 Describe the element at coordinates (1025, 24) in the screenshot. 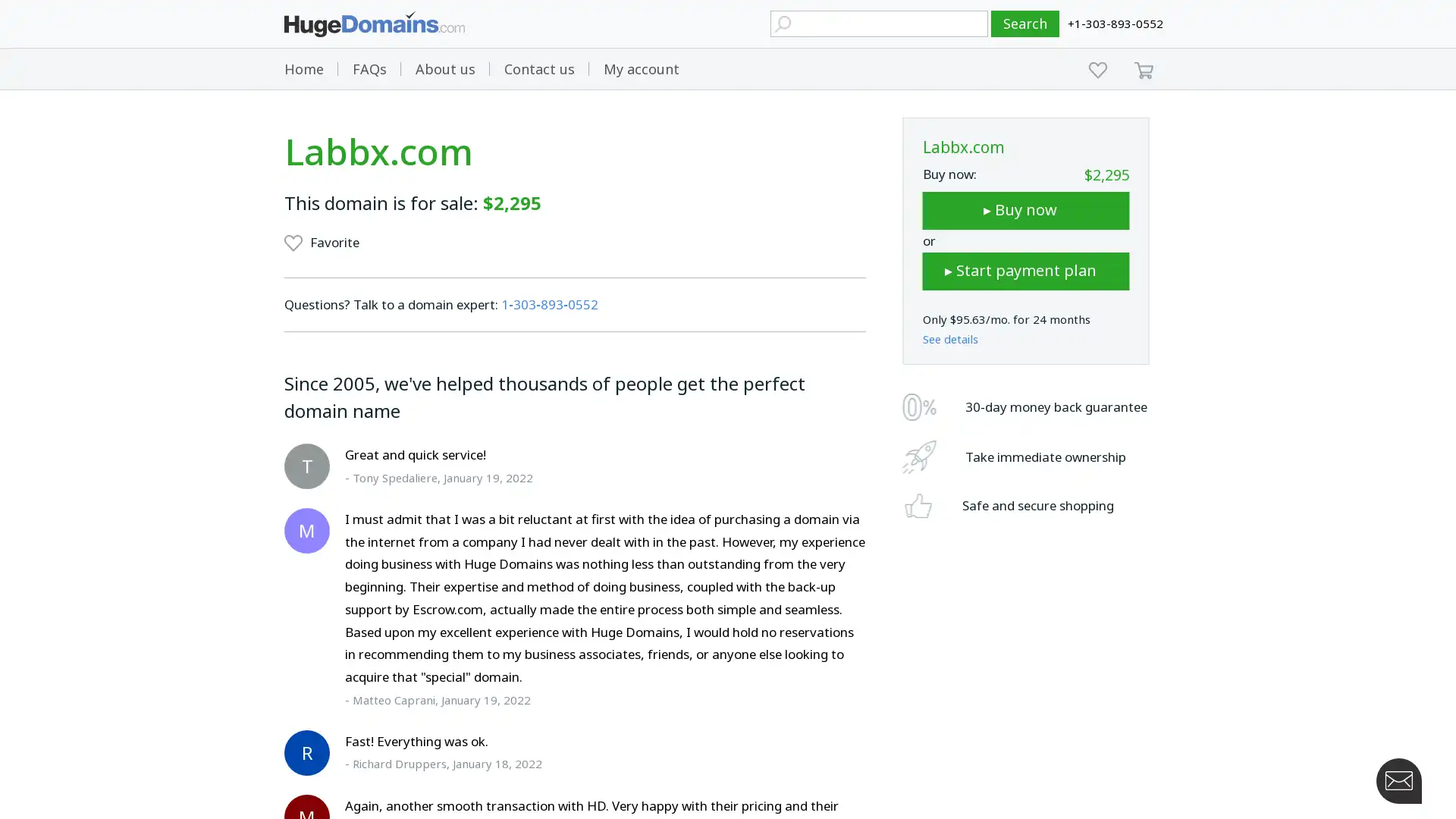

I see `Search` at that location.